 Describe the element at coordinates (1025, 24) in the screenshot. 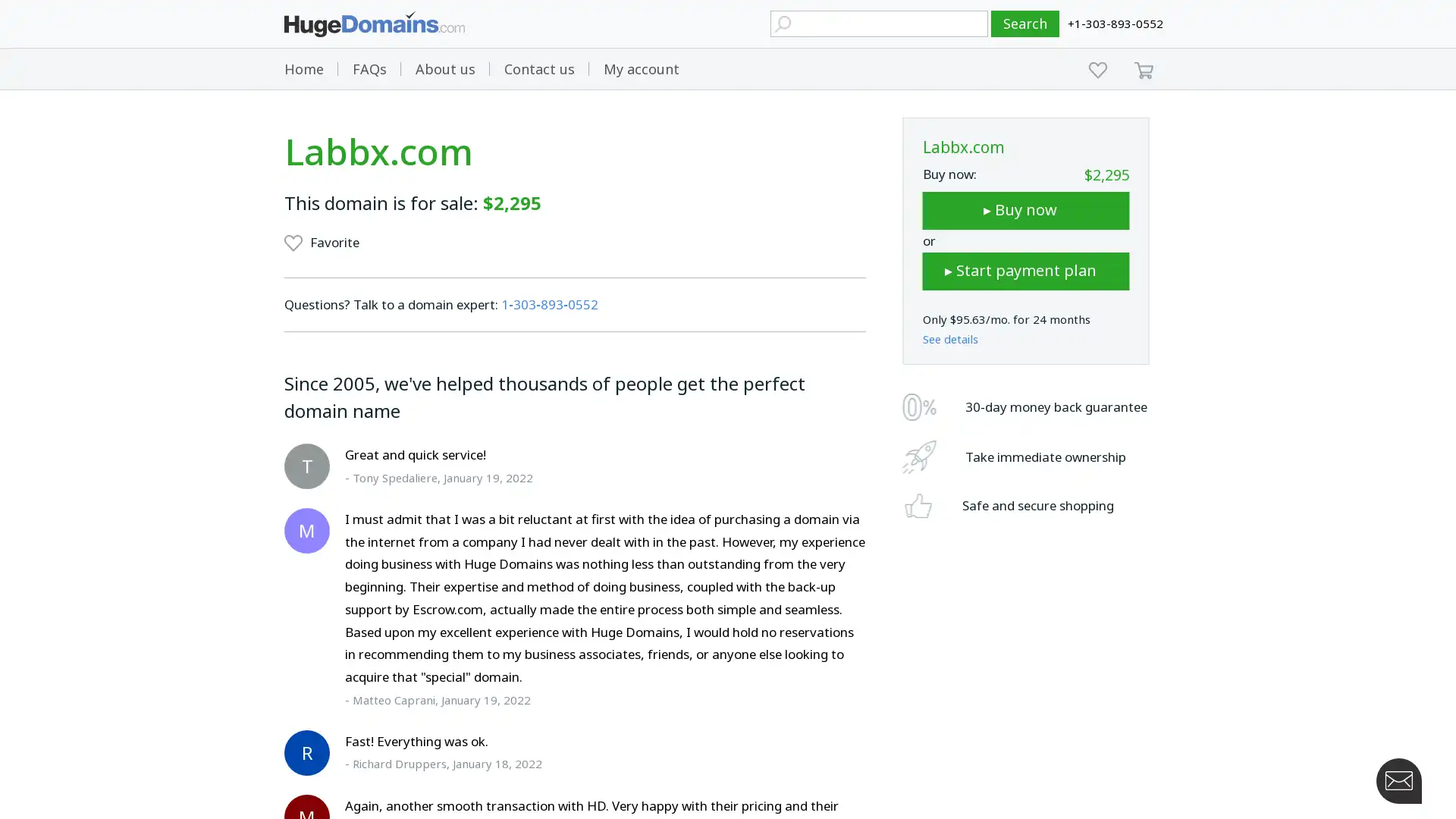

I see `Search` at that location.